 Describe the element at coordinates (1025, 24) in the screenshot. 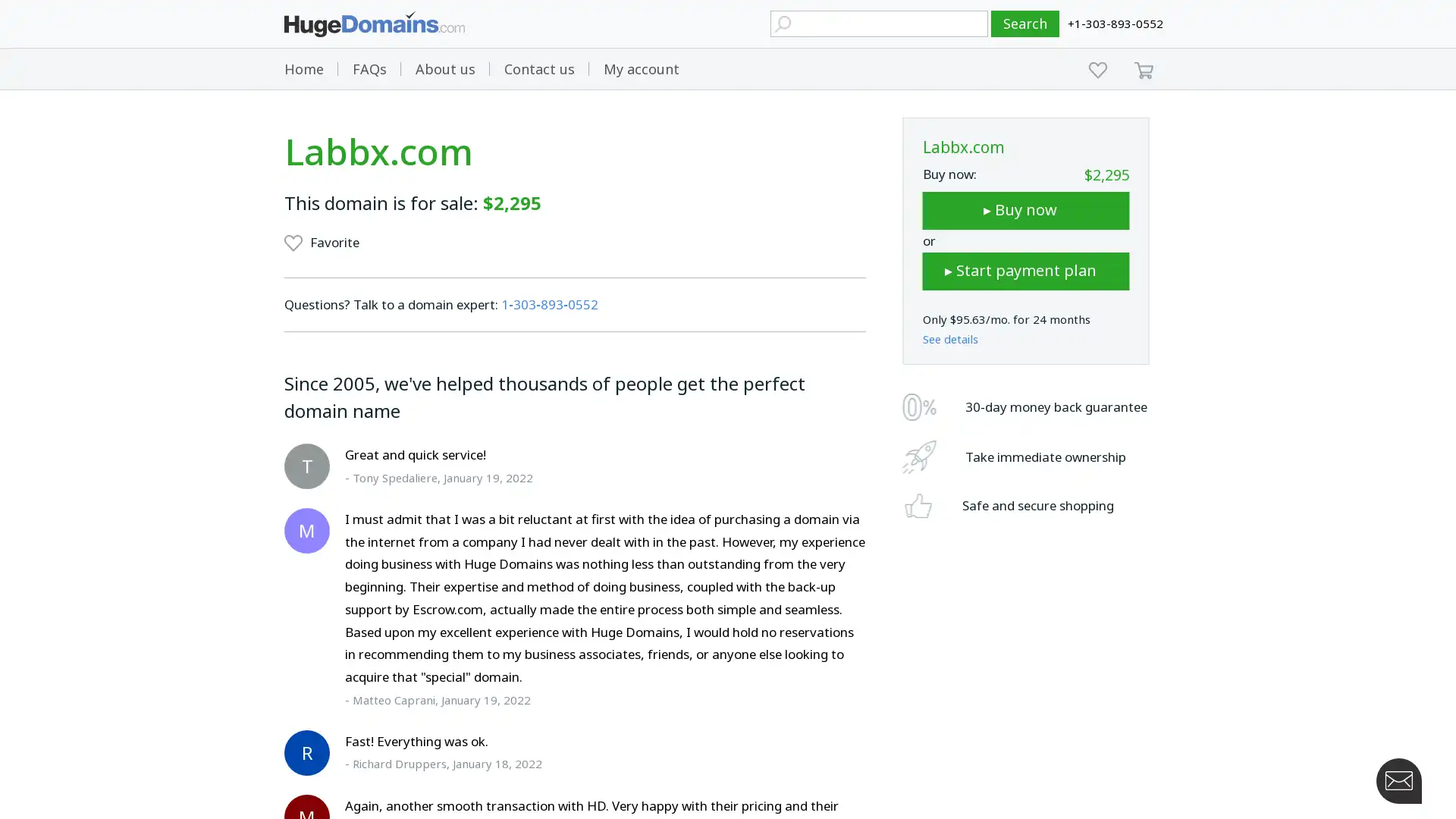

I see `Search` at that location.